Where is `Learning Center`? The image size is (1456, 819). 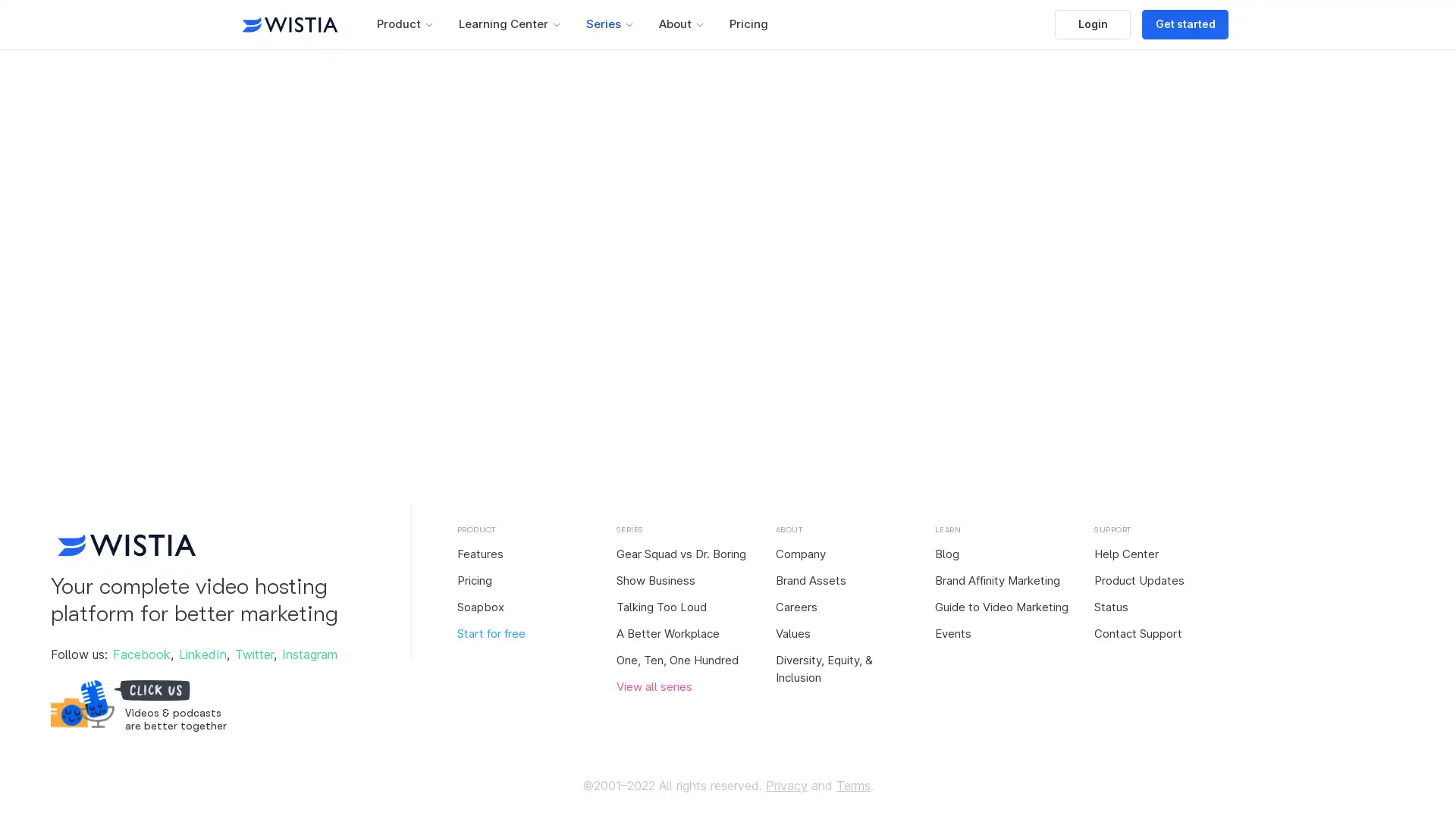
Learning Center is located at coordinates (509, 24).